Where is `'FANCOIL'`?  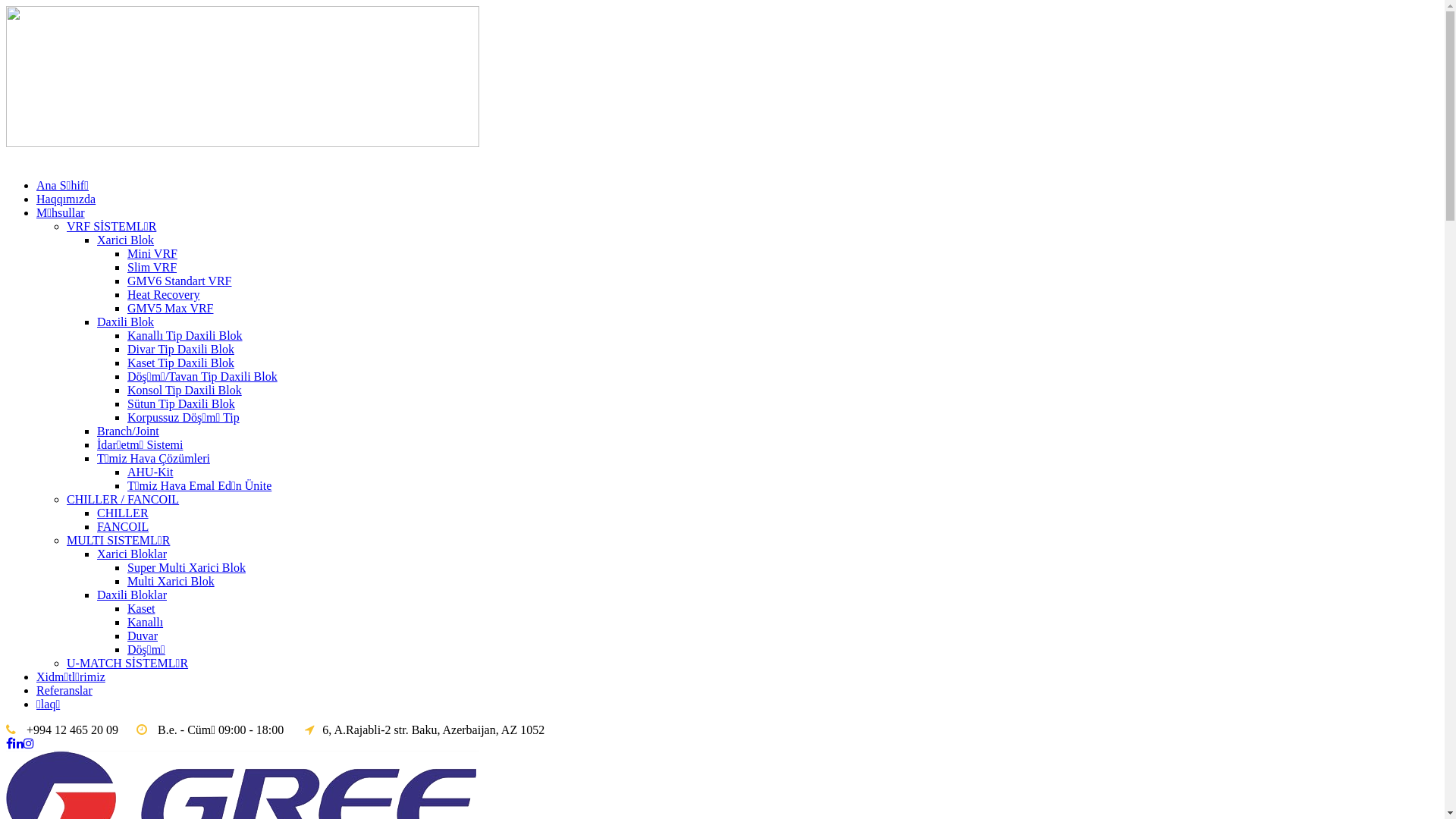
'FANCOIL' is located at coordinates (123, 526).